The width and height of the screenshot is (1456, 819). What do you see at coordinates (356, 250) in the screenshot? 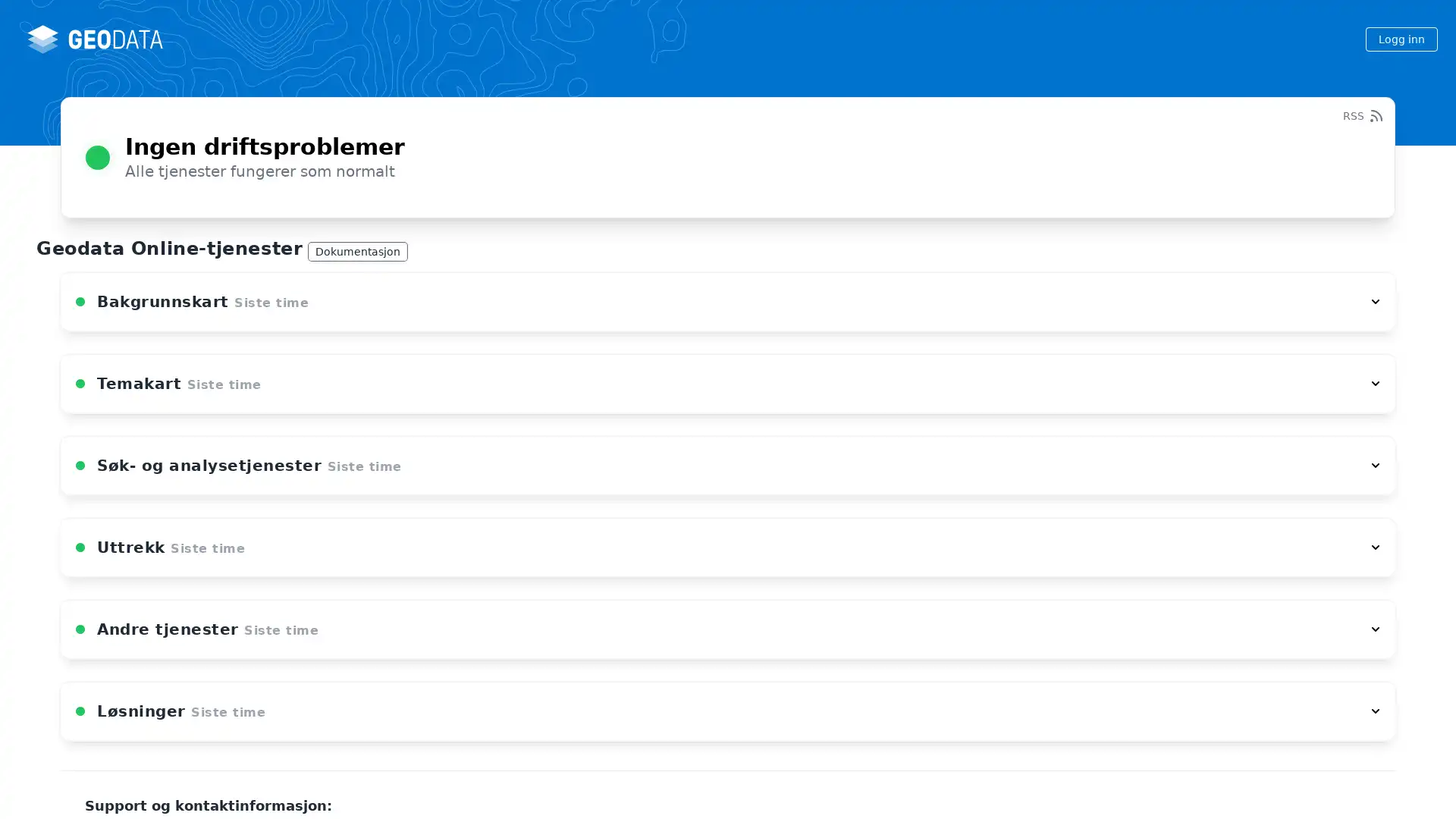
I see `Dokumentasjon` at bounding box center [356, 250].